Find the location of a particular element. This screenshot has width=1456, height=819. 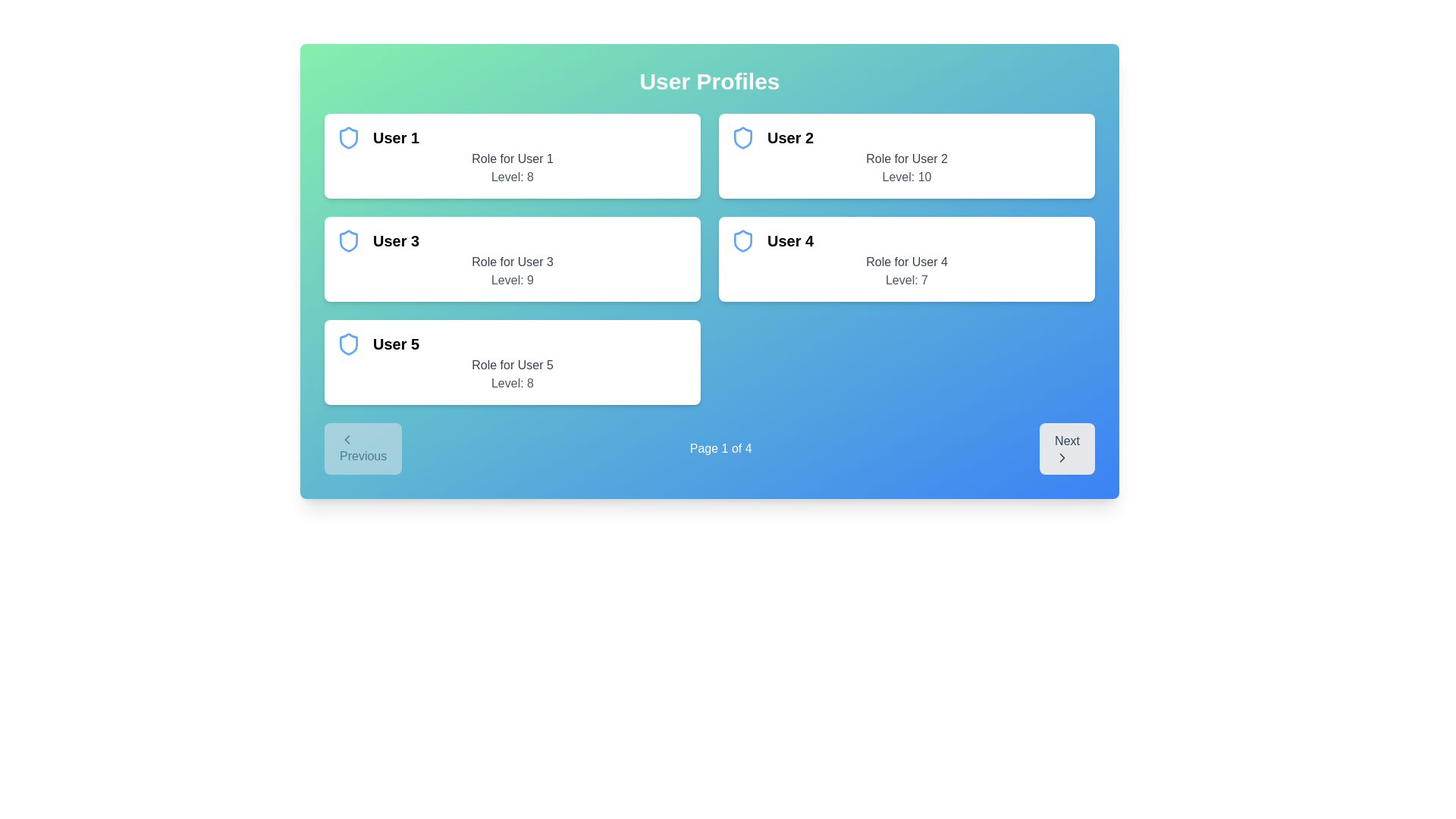

the static card component displaying information about 'User 3', which includes their role and level, located in the first column and second row of the grid layout is located at coordinates (513, 259).